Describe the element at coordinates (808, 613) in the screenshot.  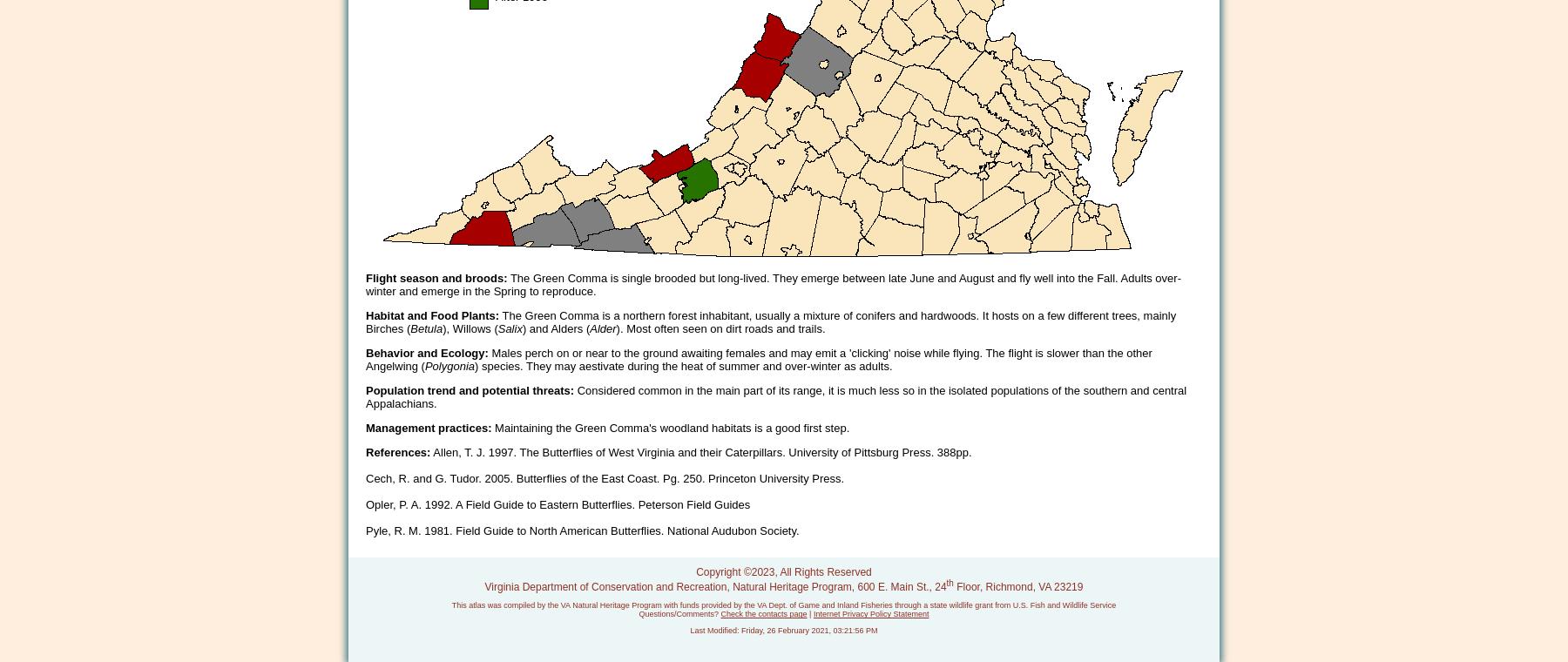
I see `'|'` at that location.